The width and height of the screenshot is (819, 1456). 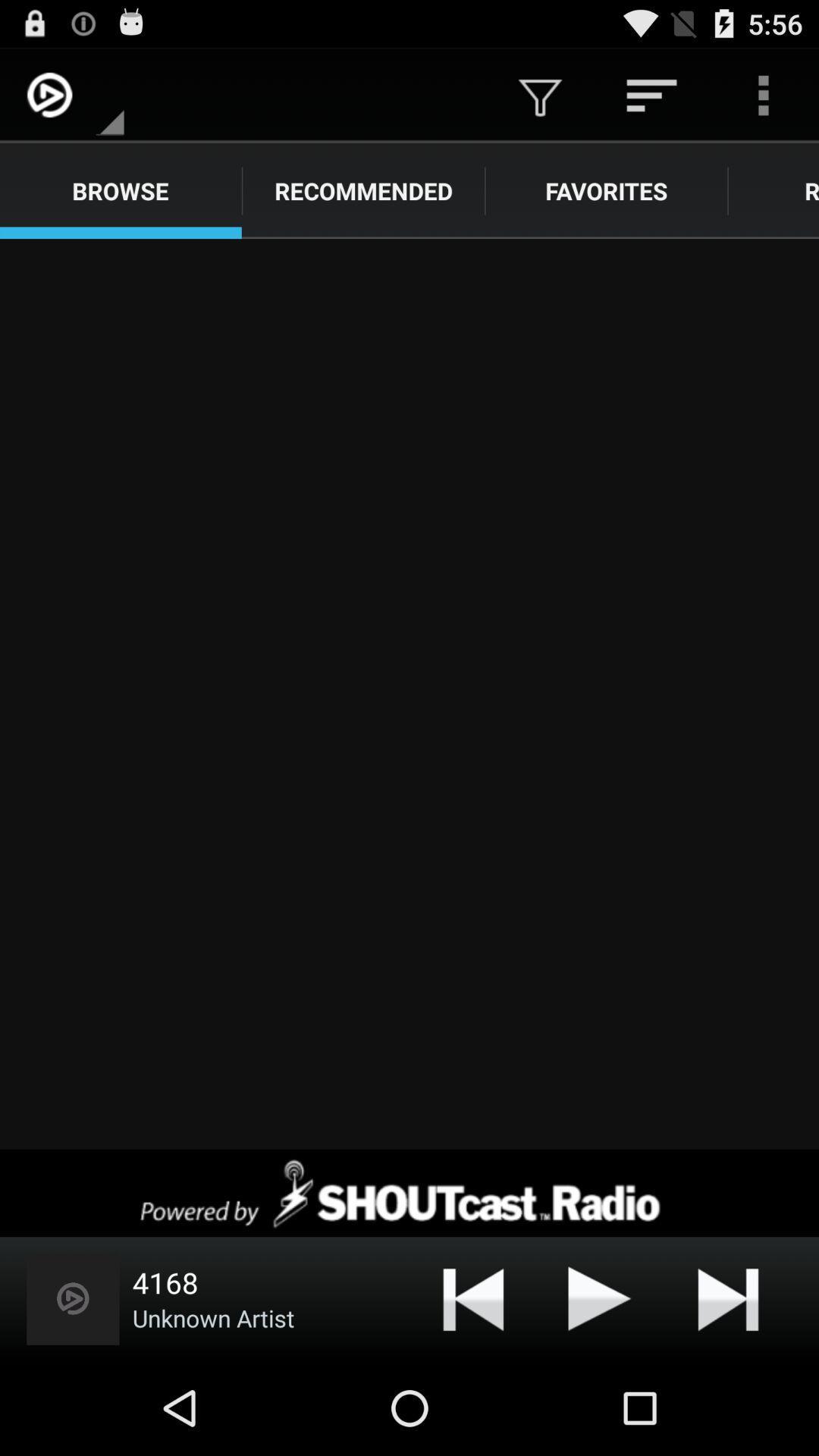 I want to click on skip to next track, so click(x=727, y=1298).